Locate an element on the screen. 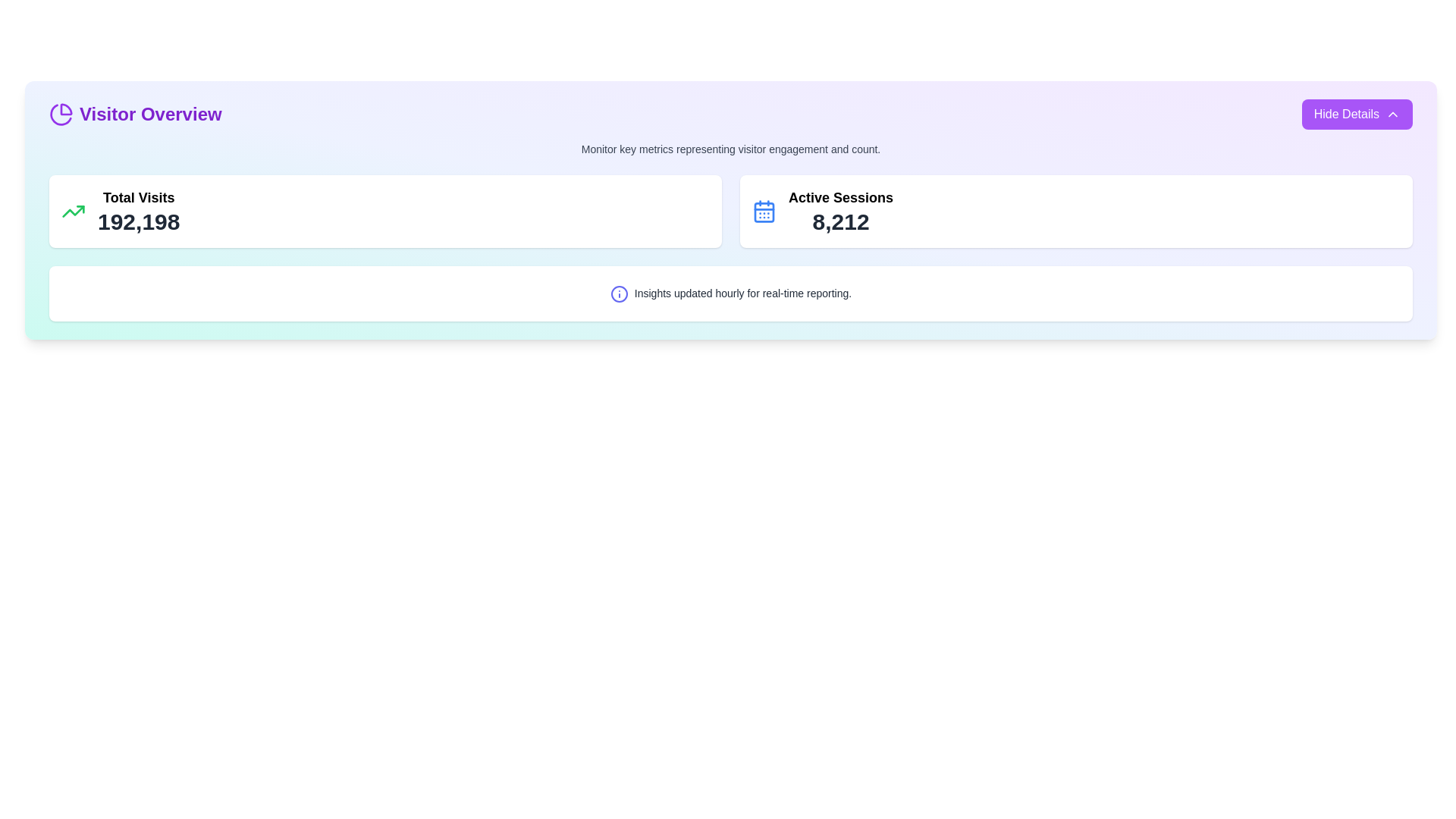 Image resolution: width=1456 pixels, height=819 pixels. the calendar icon's interactive area represented is located at coordinates (764, 212).